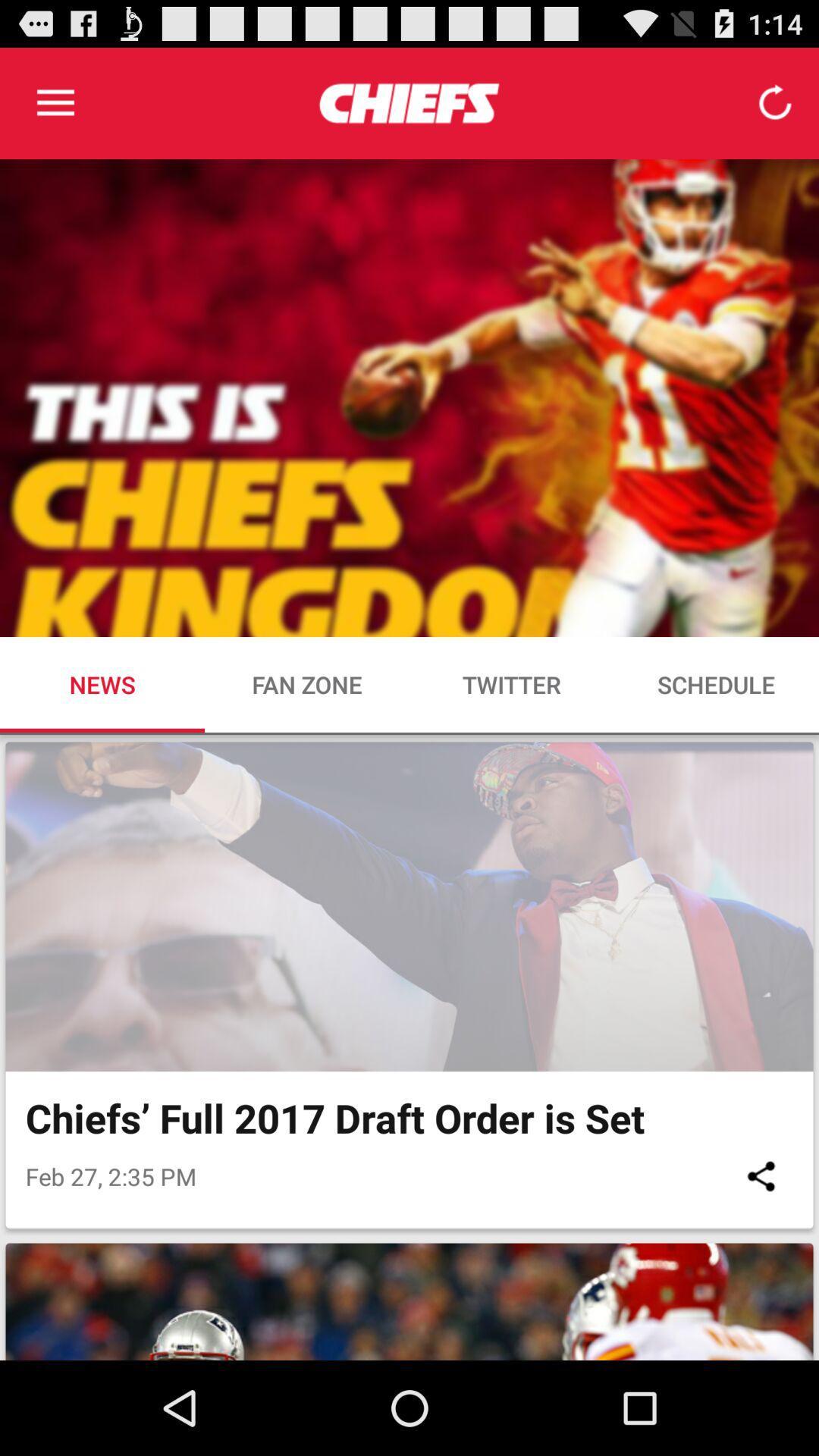 Image resolution: width=819 pixels, height=1456 pixels. Describe the element at coordinates (761, 1175) in the screenshot. I see `the icon below chiefs full 2017 icon` at that location.